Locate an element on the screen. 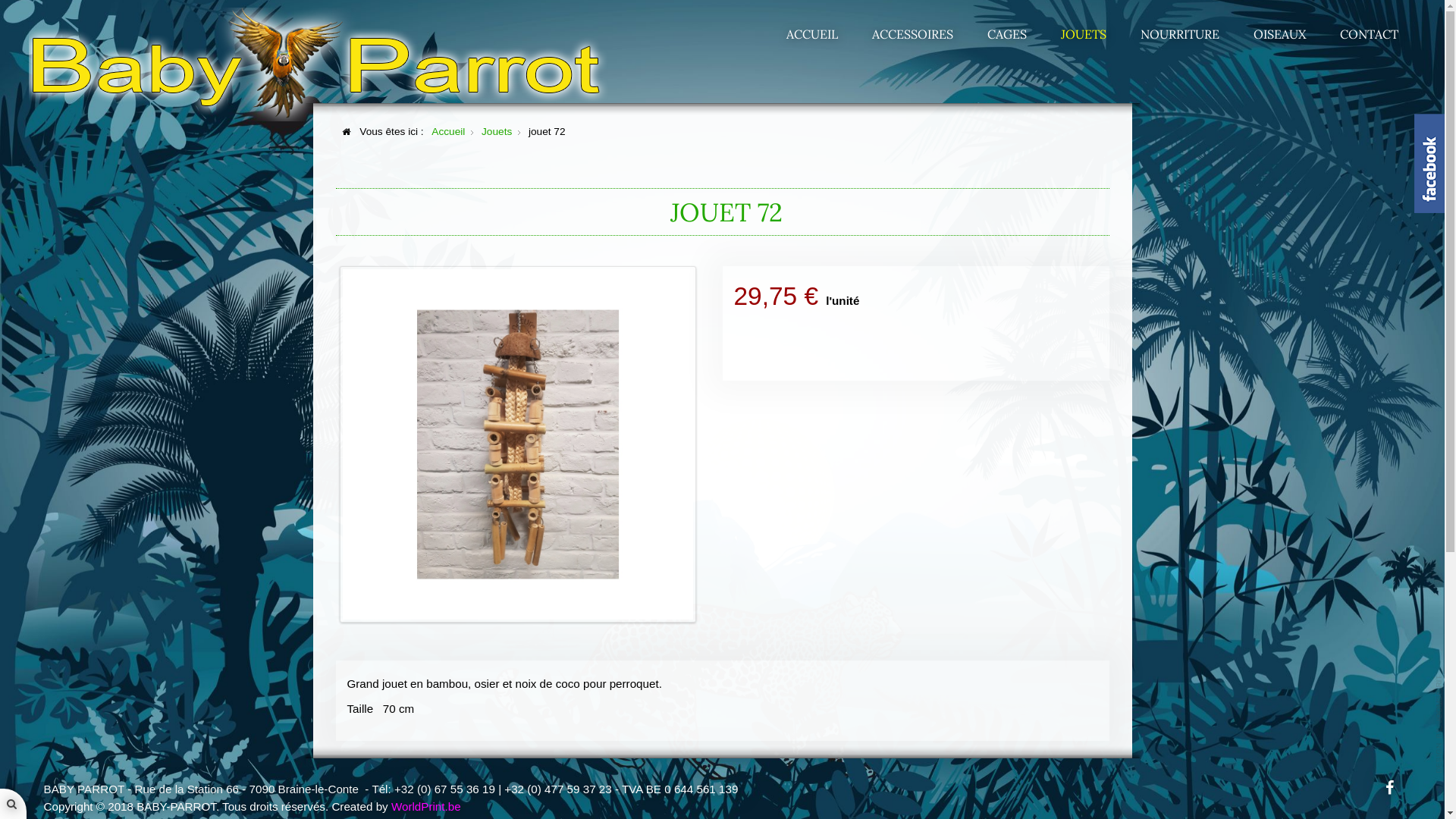 The height and width of the screenshot is (819, 1456). 'NOURRITURE' is located at coordinates (1178, 34).